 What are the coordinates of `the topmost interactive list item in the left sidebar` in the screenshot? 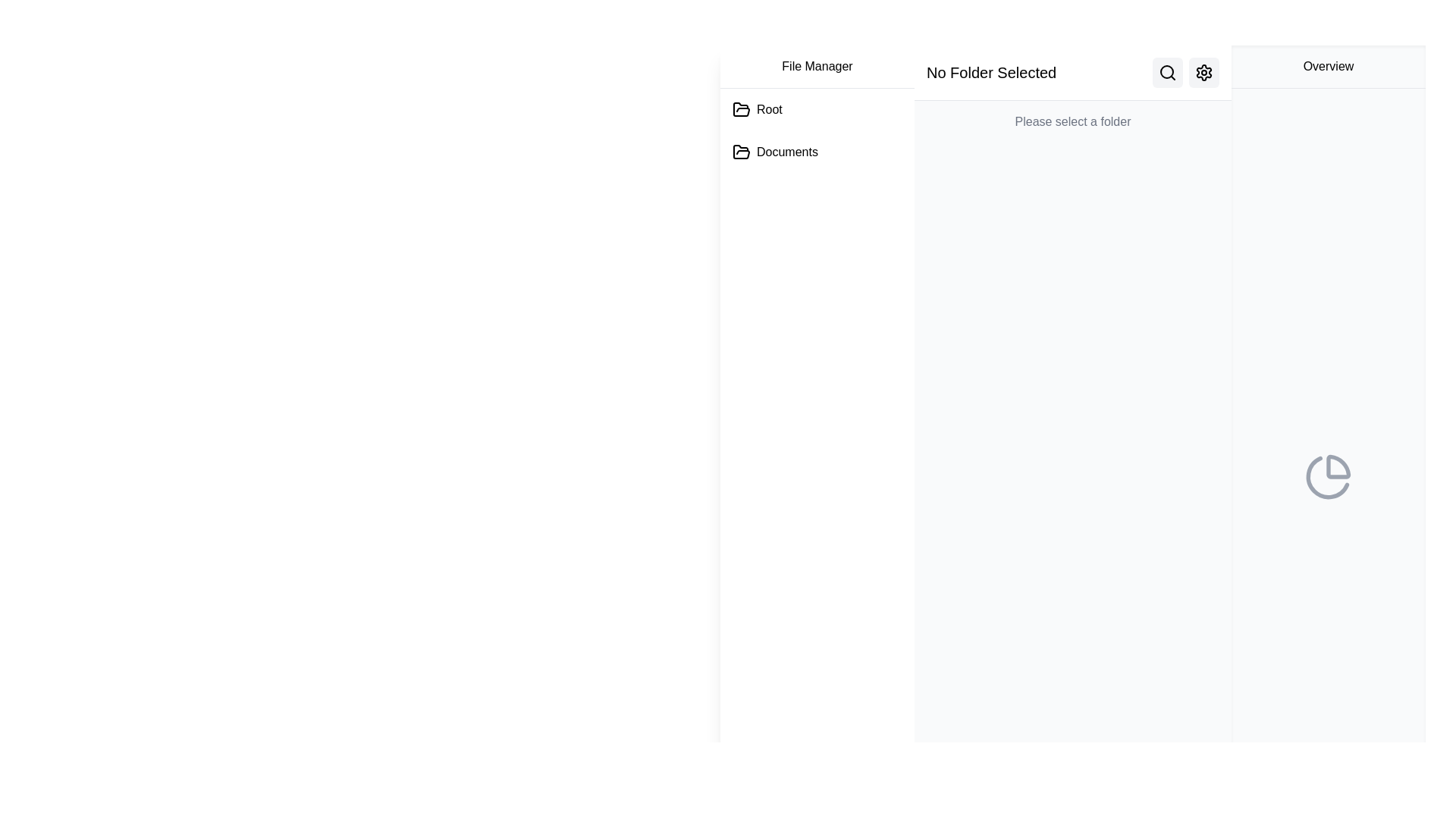 It's located at (757, 109).